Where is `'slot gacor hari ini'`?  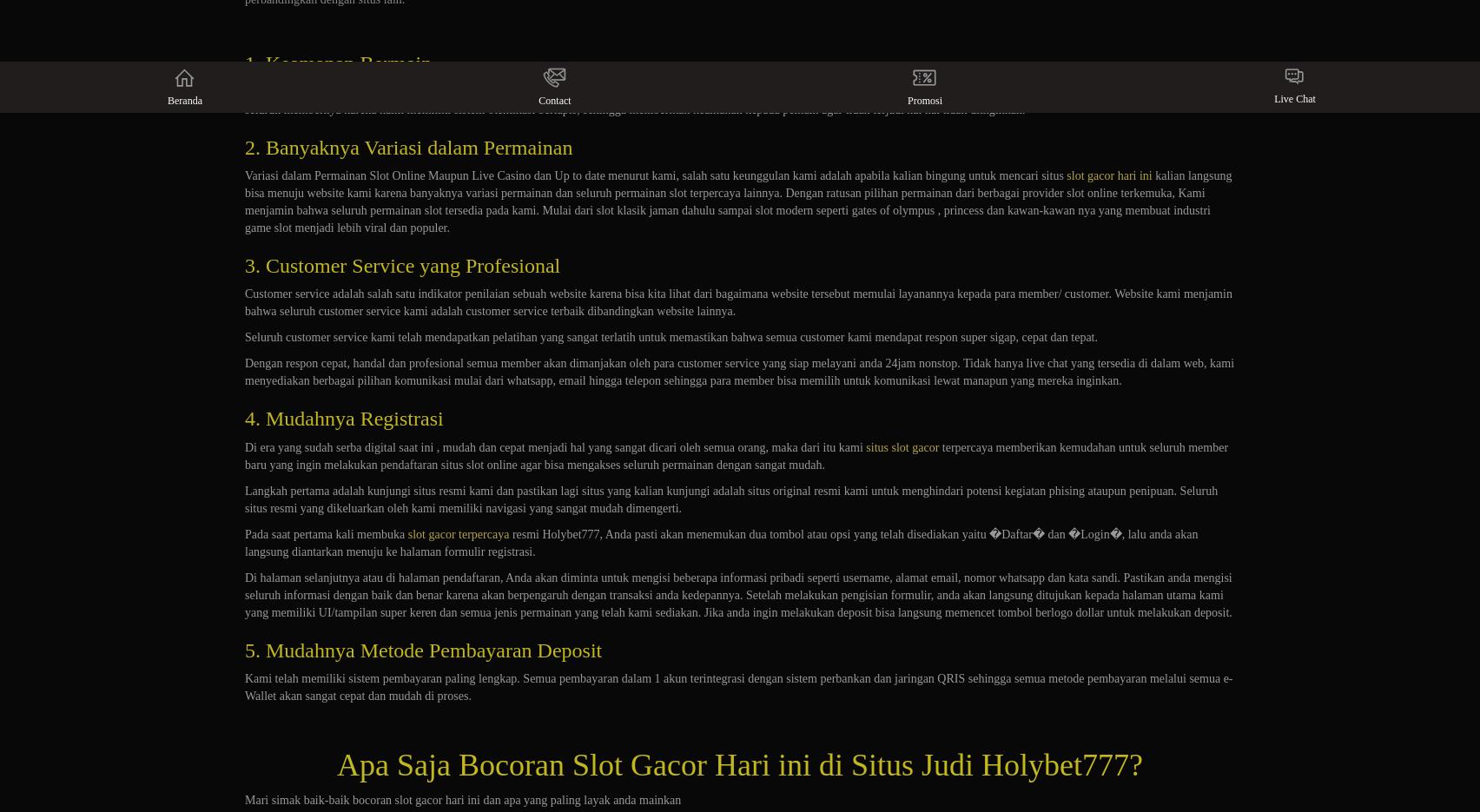 'slot gacor hari ini' is located at coordinates (1107, 175).